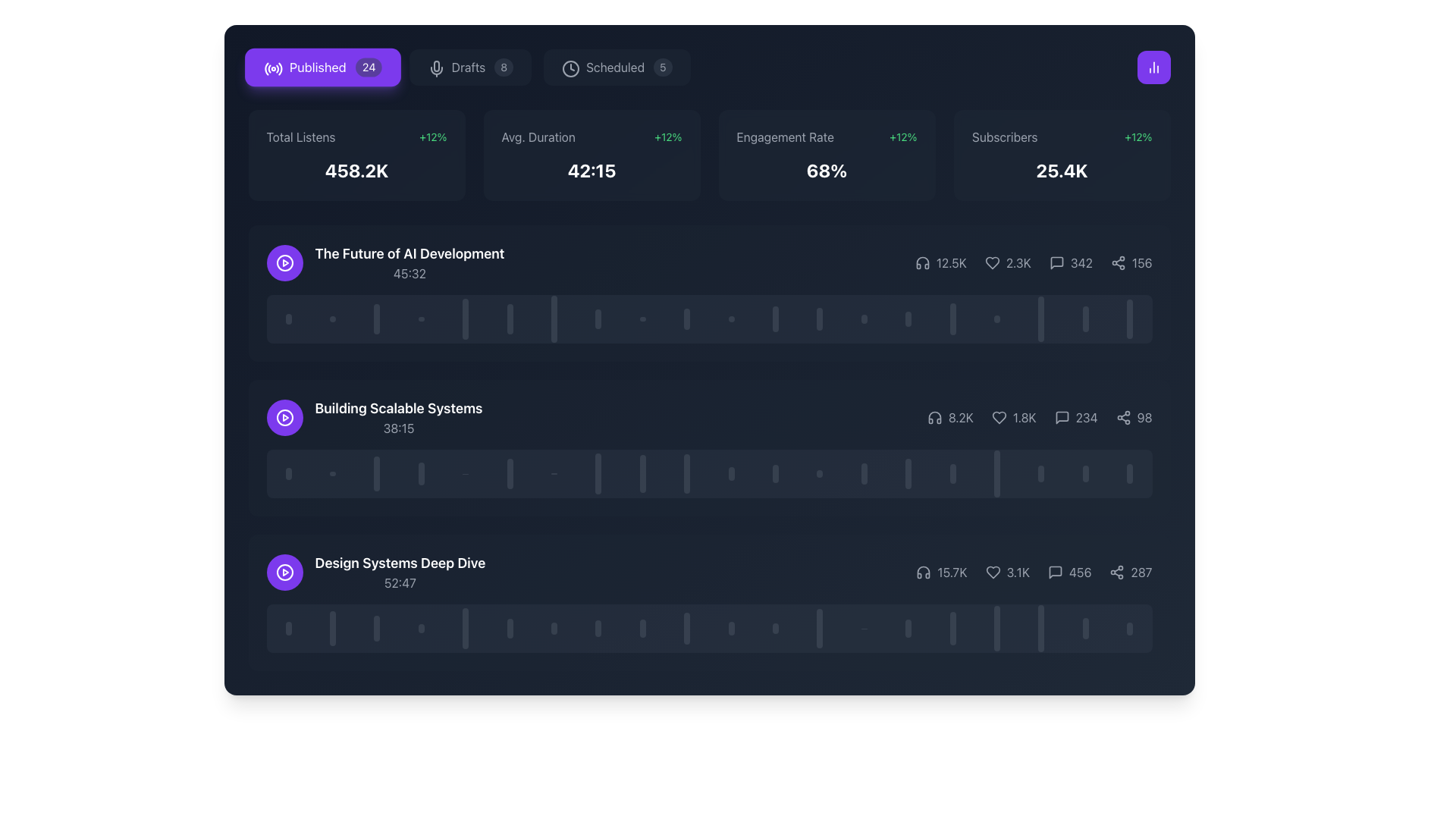 This screenshot has width=1456, height=819. What do you see at coordinates (708, 318) in the screenshot?
I see `the visual pattern of the elongated rectangular waveform indicator located within the card labeled 'The Future of AI Development', positioned below the title and above the statistics or icons` at bounding box center [708, 318].